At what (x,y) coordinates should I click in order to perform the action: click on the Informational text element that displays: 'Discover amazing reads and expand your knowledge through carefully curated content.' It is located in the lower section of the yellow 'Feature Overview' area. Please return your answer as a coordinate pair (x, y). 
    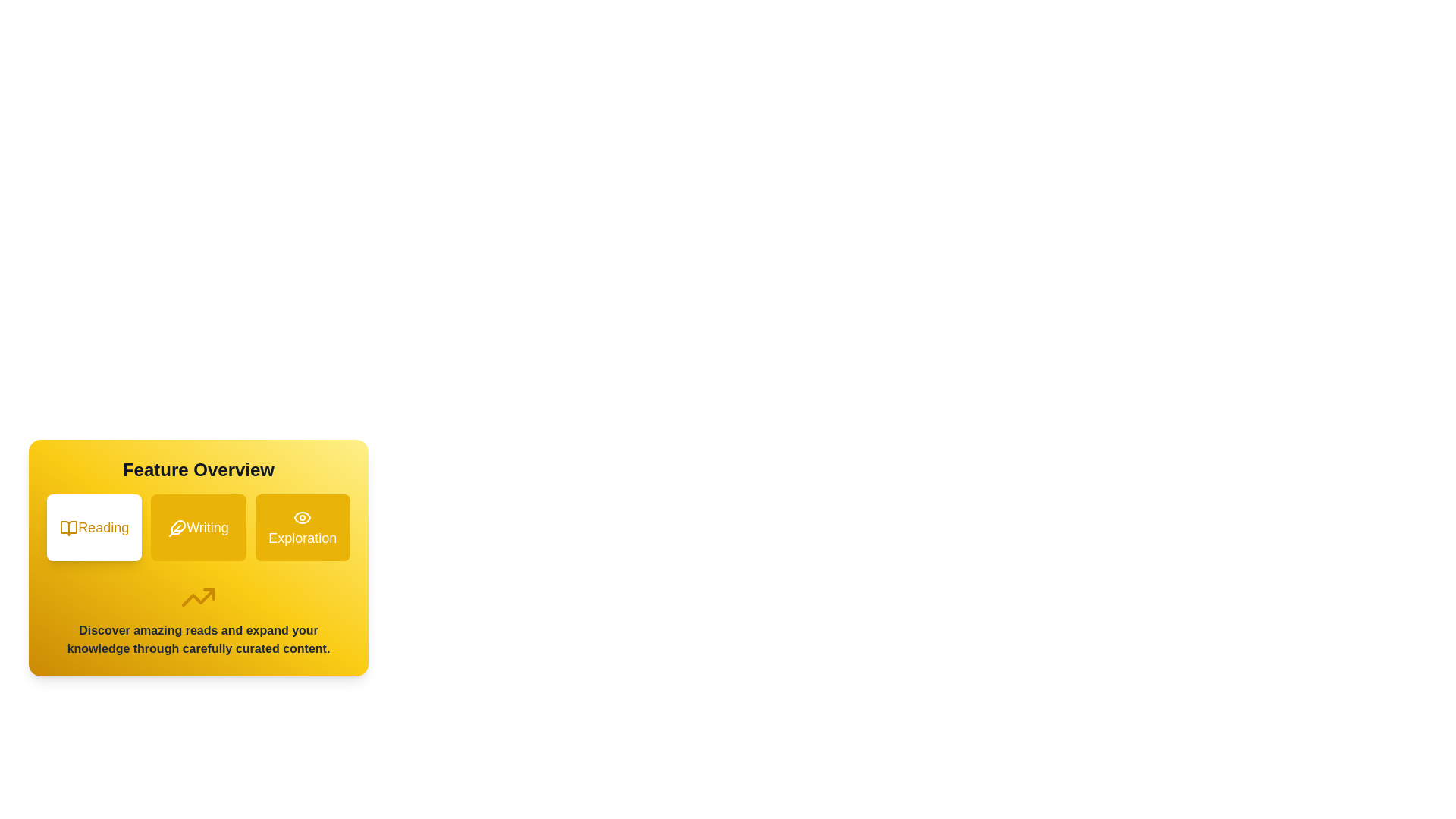
    Looking at the image, I should click on (198, 640).